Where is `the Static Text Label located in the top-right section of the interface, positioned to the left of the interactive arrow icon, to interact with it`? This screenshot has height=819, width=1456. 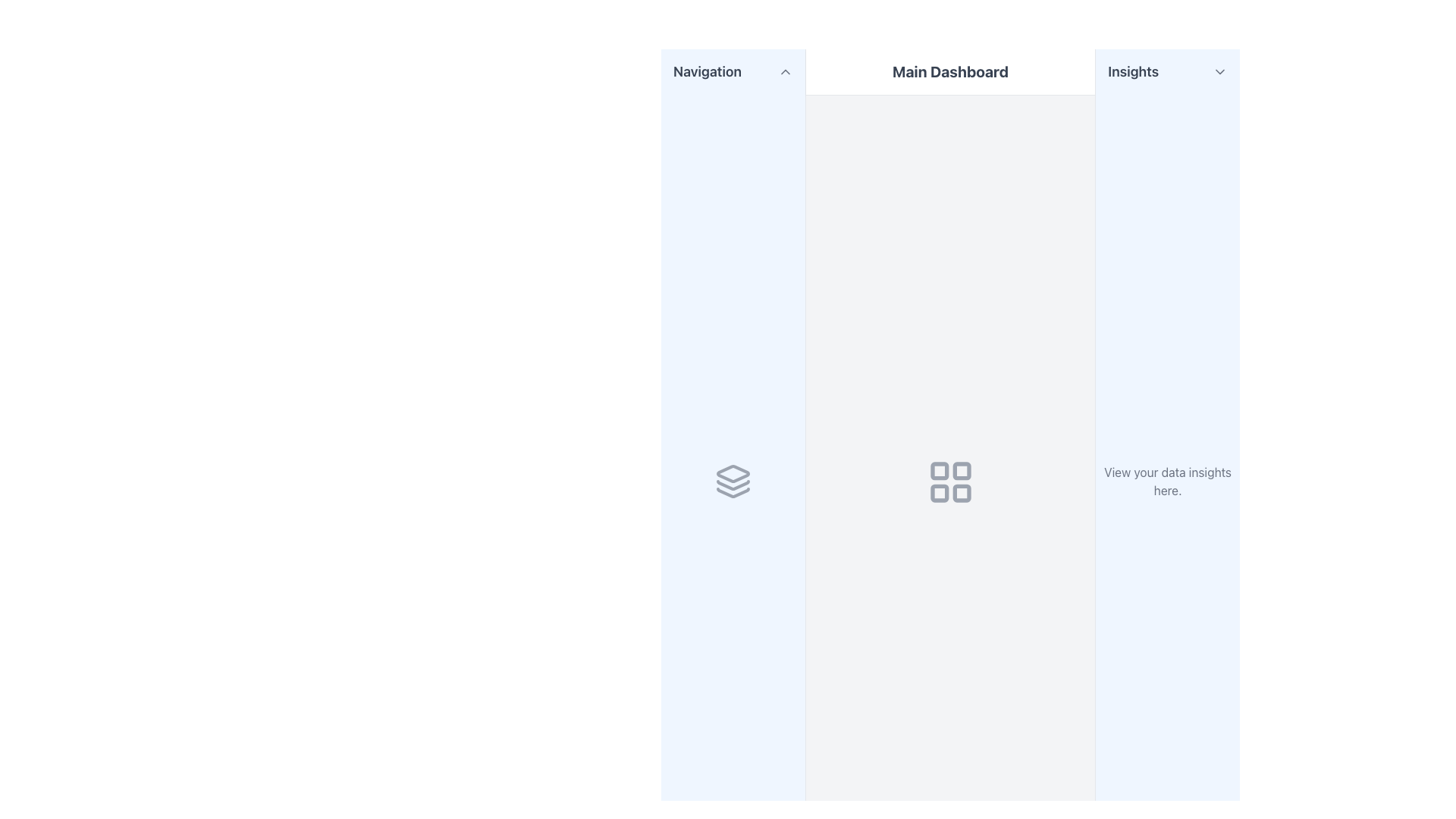
the Static Text Label located in the top-right section of the interface, positioned to the left of the interactive arrow icon, to interact with it is located at coordinates (1132, 72).